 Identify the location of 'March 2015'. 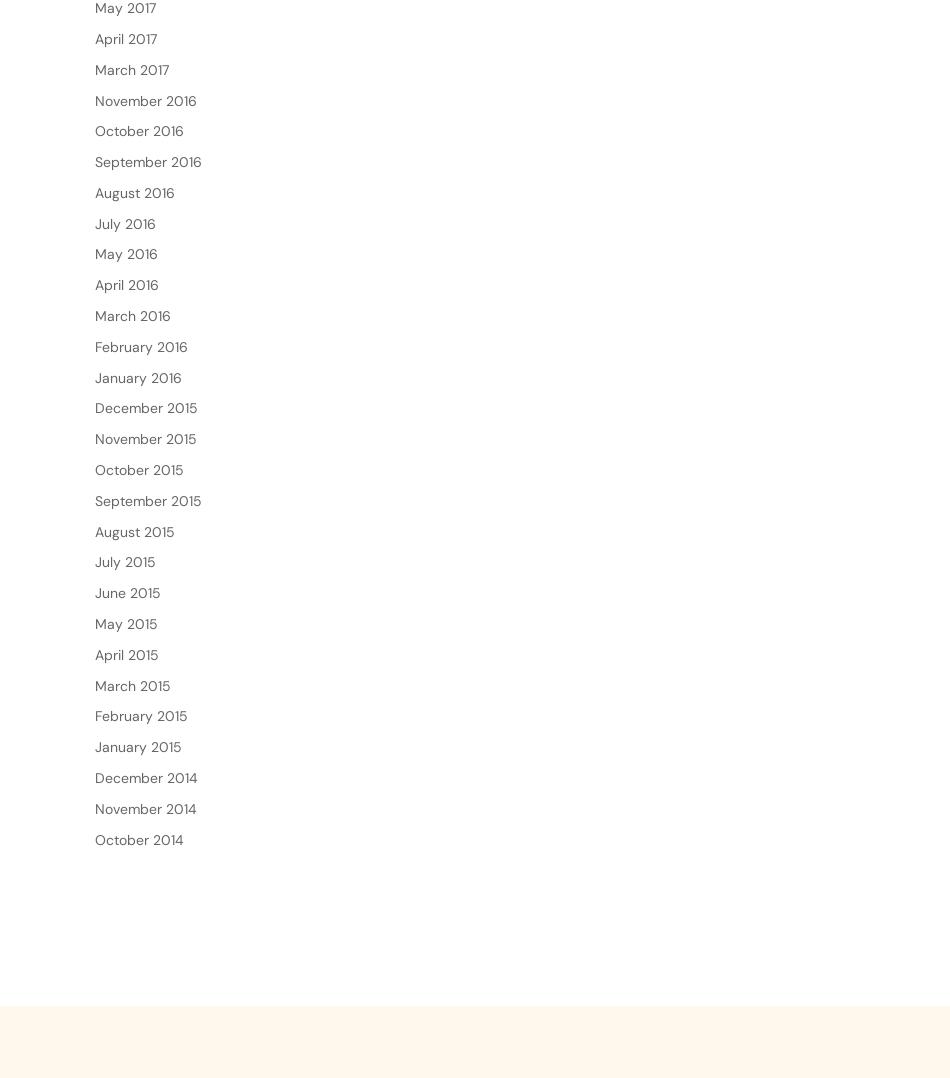
(95, 748).